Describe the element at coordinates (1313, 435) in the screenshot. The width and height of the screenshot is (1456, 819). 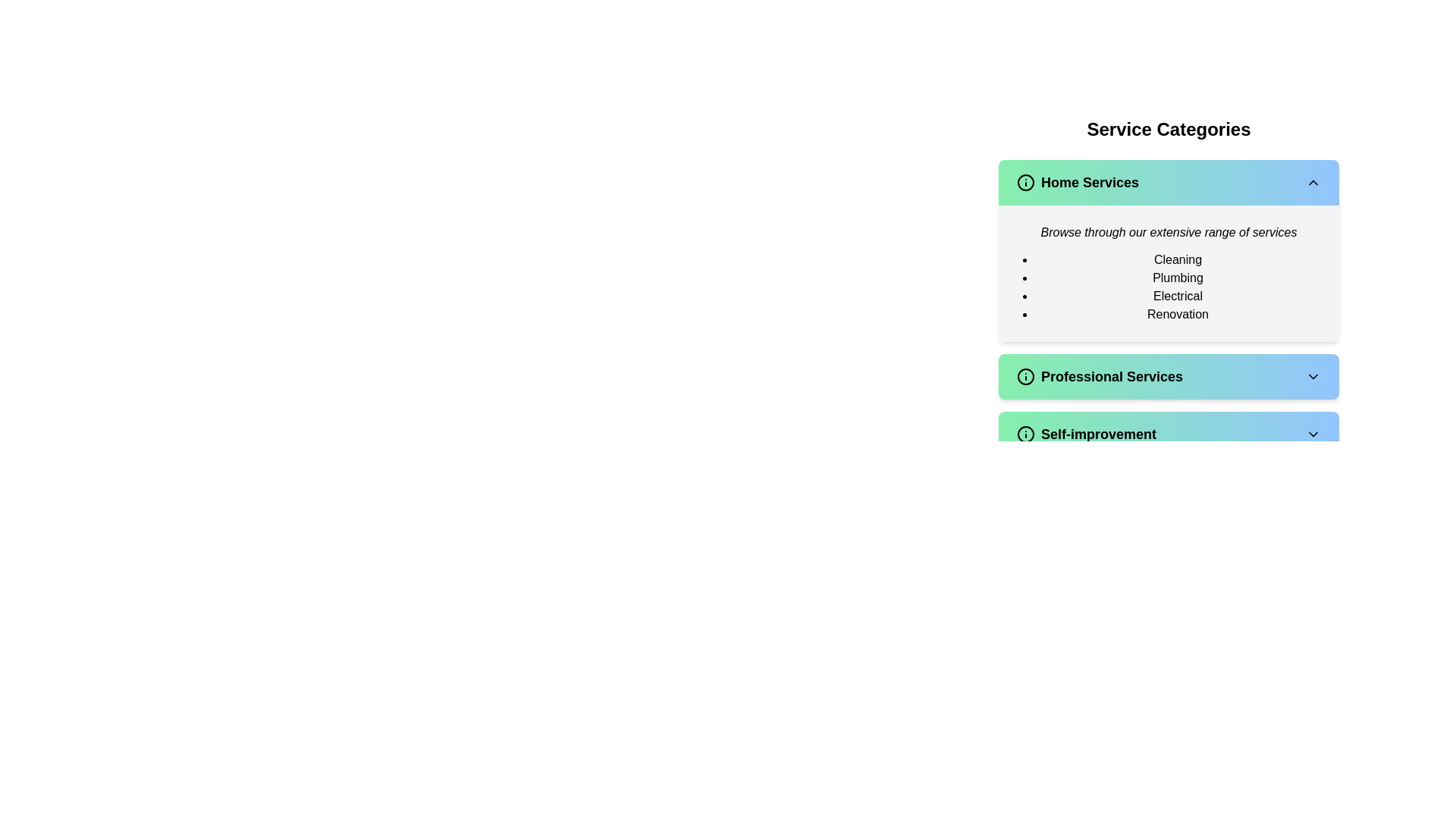
I see `the center of the downward pointing arrow icon located on the rightmost side of the 'Self-improvement' service category` at that location.